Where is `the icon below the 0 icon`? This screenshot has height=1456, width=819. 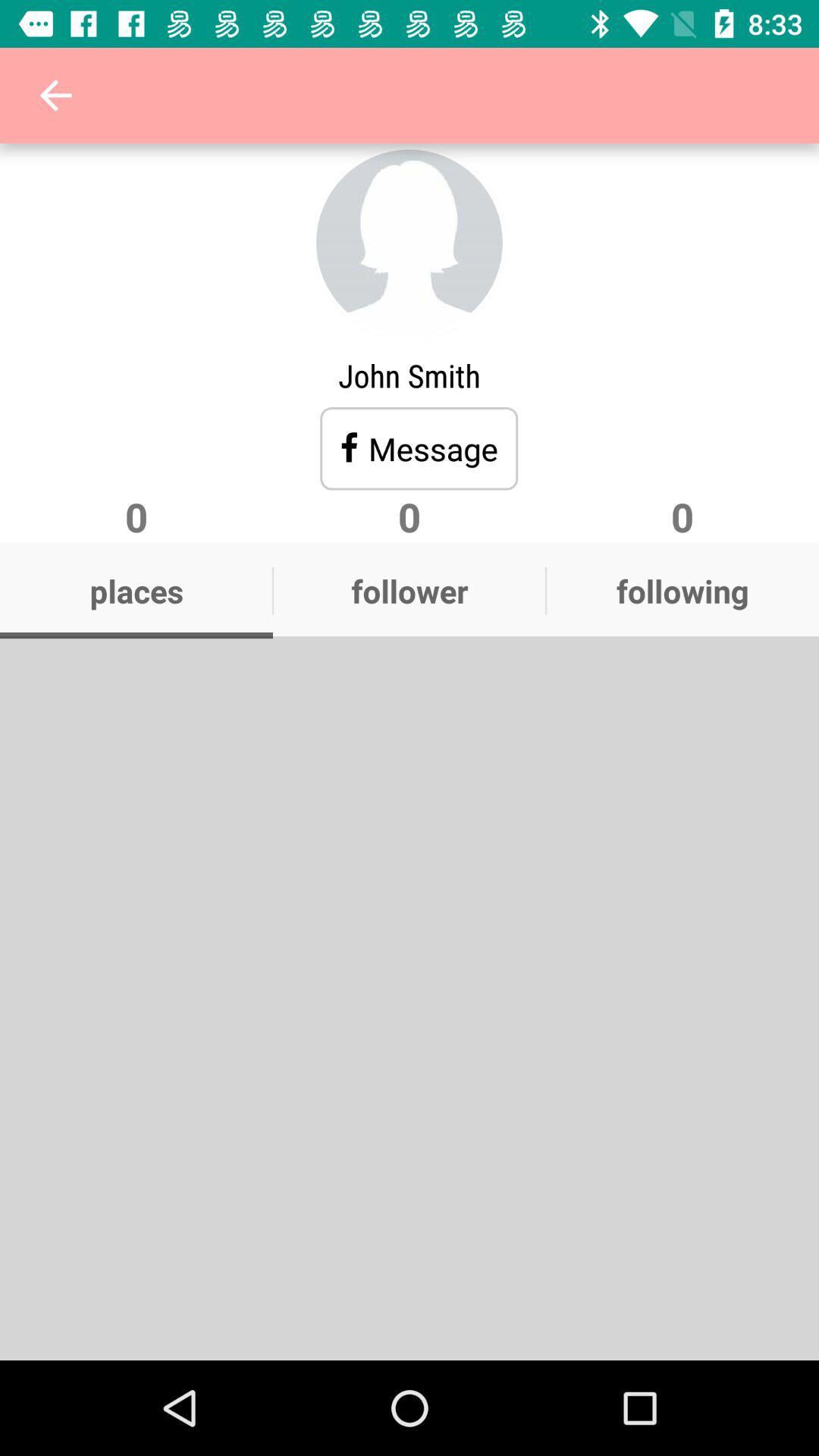 the icon below the 0 icon is located at coordinates (409, 590).